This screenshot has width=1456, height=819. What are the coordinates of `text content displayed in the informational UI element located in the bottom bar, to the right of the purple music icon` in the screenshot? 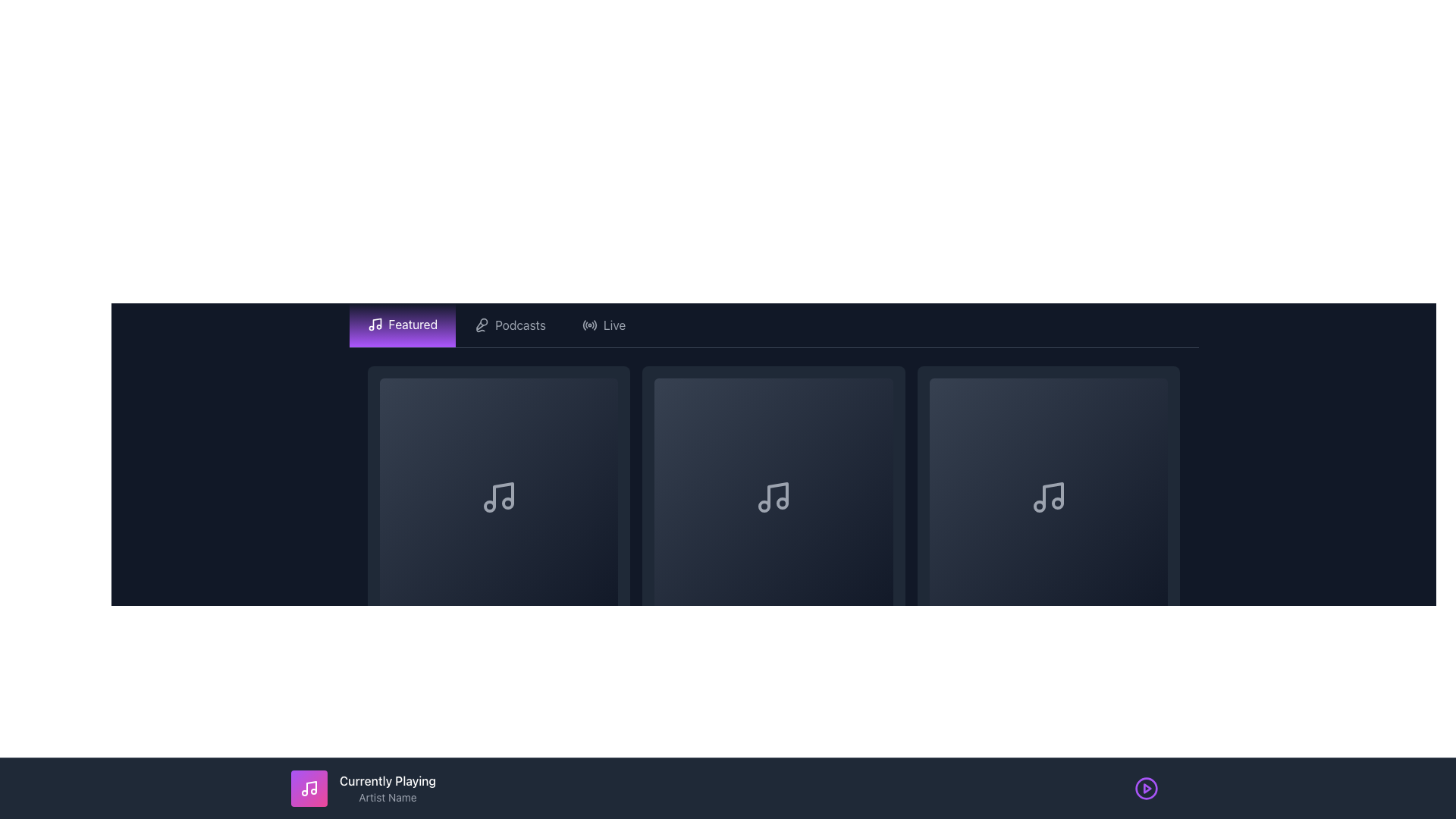 It's located at (388, 788).